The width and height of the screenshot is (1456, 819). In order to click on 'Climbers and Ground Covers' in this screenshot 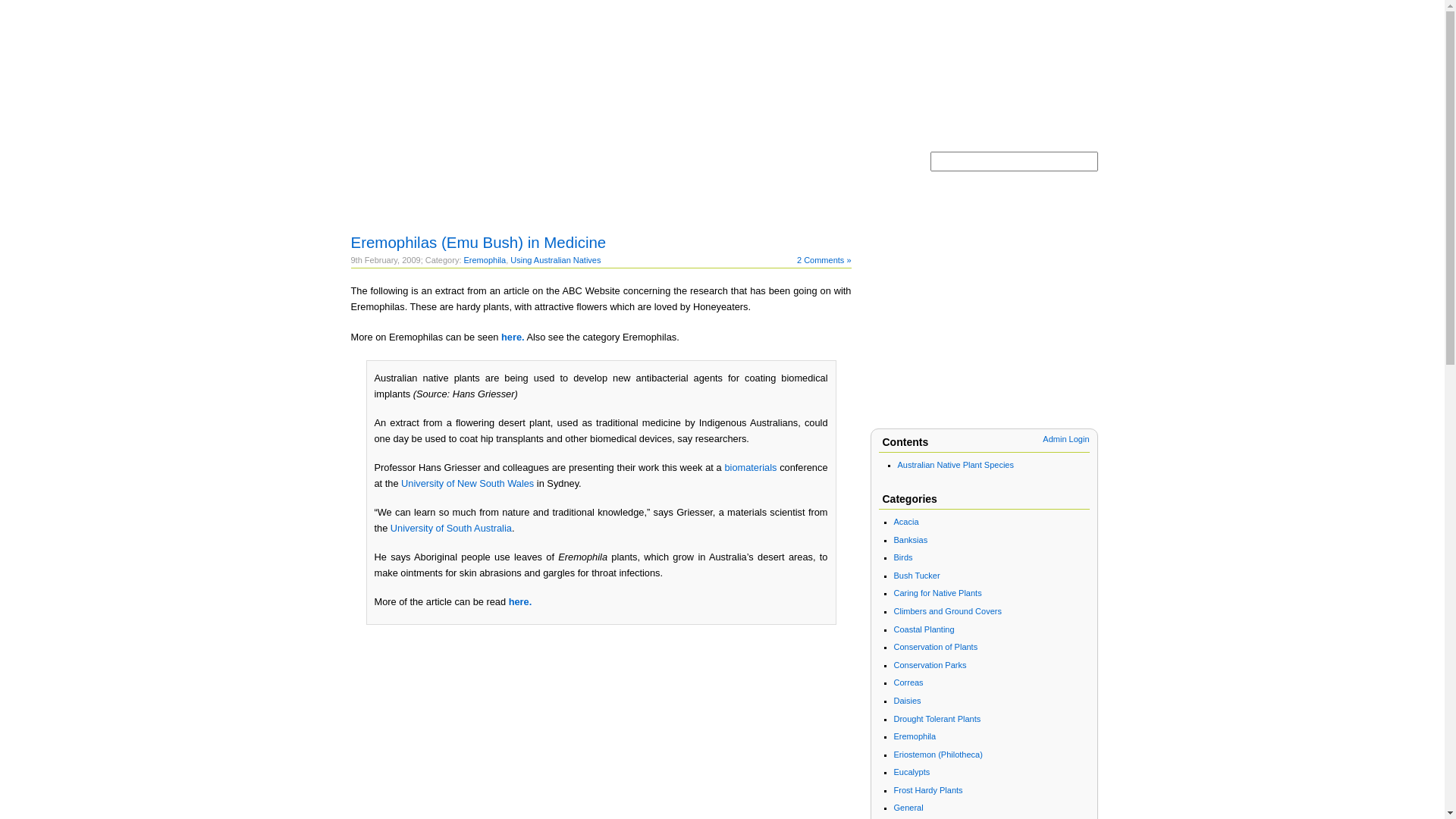, I will do `click(946, 610)`.